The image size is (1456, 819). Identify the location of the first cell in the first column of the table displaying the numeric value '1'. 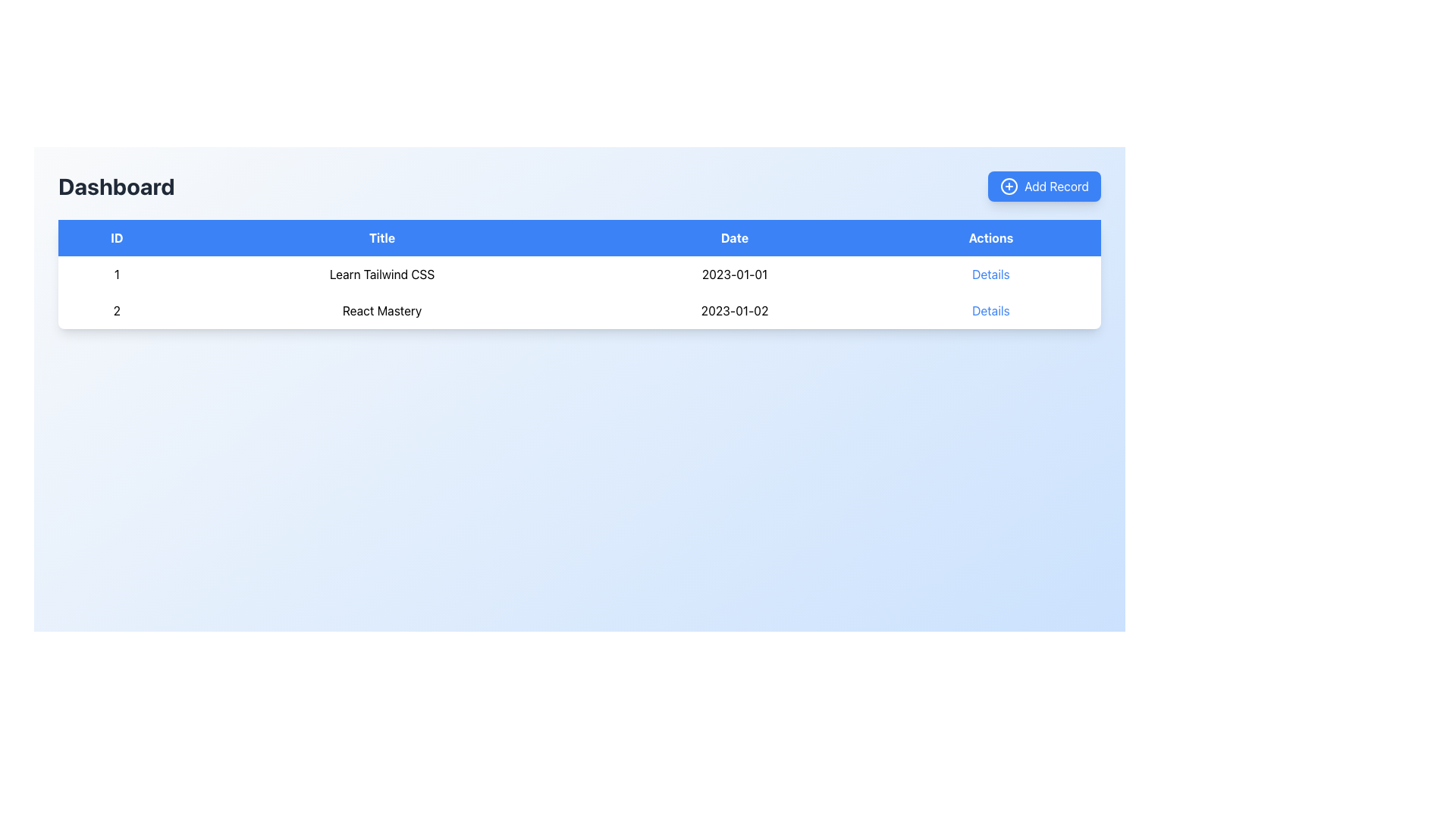
(116, 275).